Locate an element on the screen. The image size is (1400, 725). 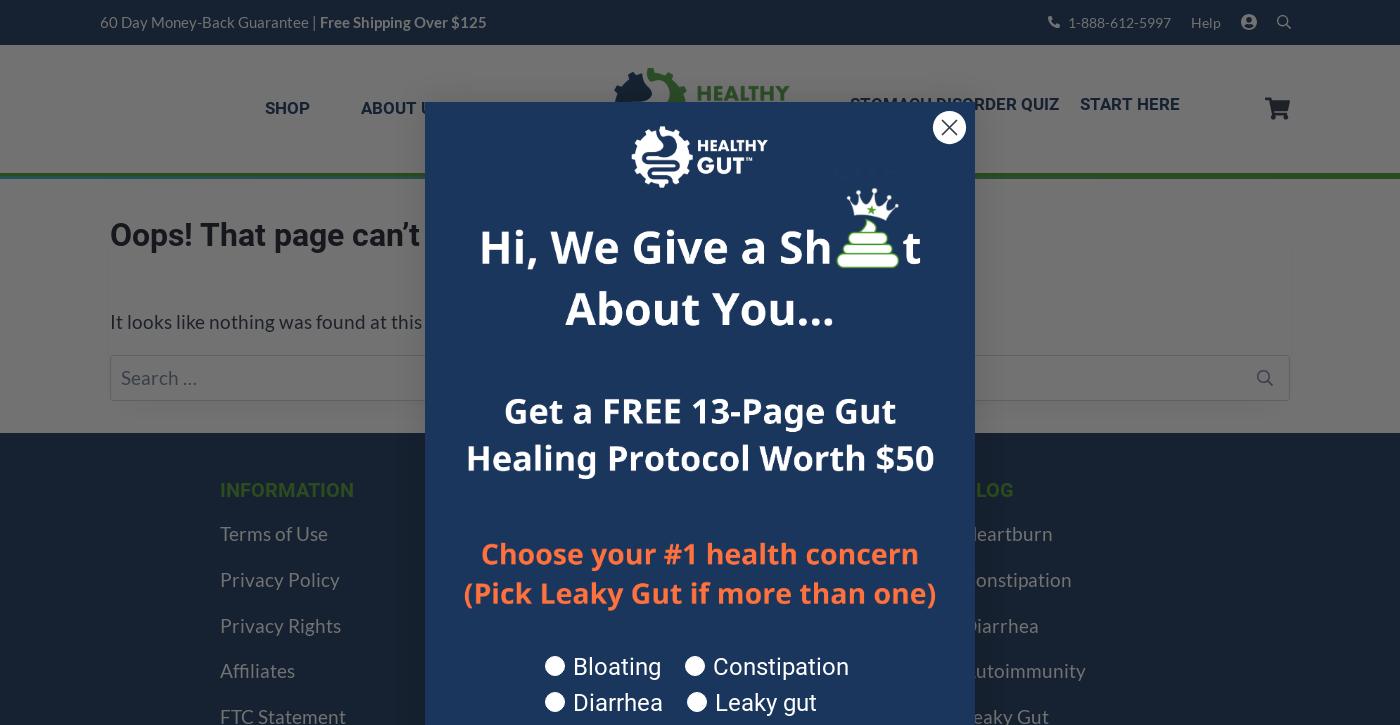
'Free Shipping Over $125' is located at coordinates (320, 21).